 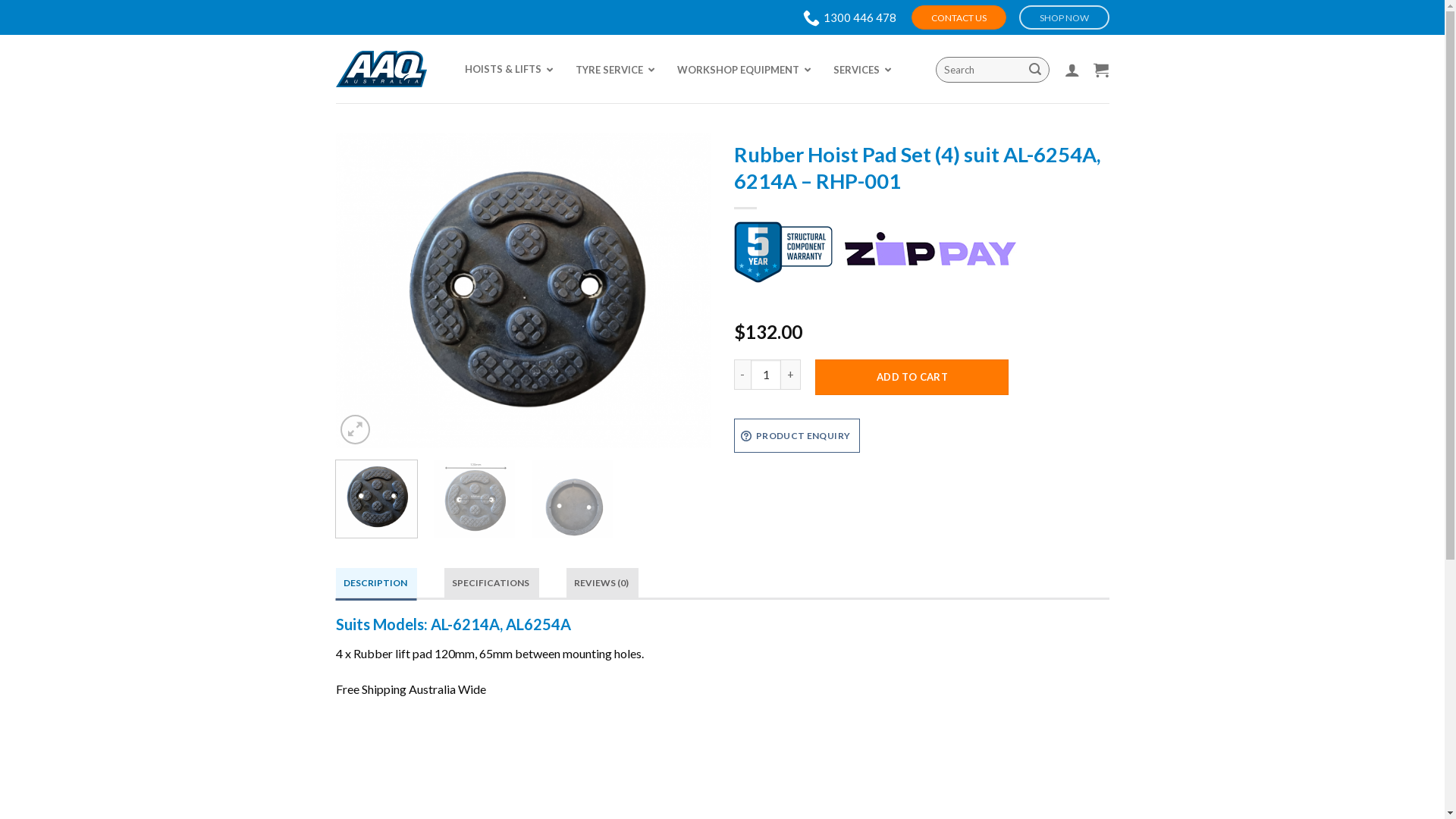 What do you see at coordinates (739, 70) in the screenshot?
I see `'WORKSHOP EQUIPMENT'` at bounding box center [739, 70].